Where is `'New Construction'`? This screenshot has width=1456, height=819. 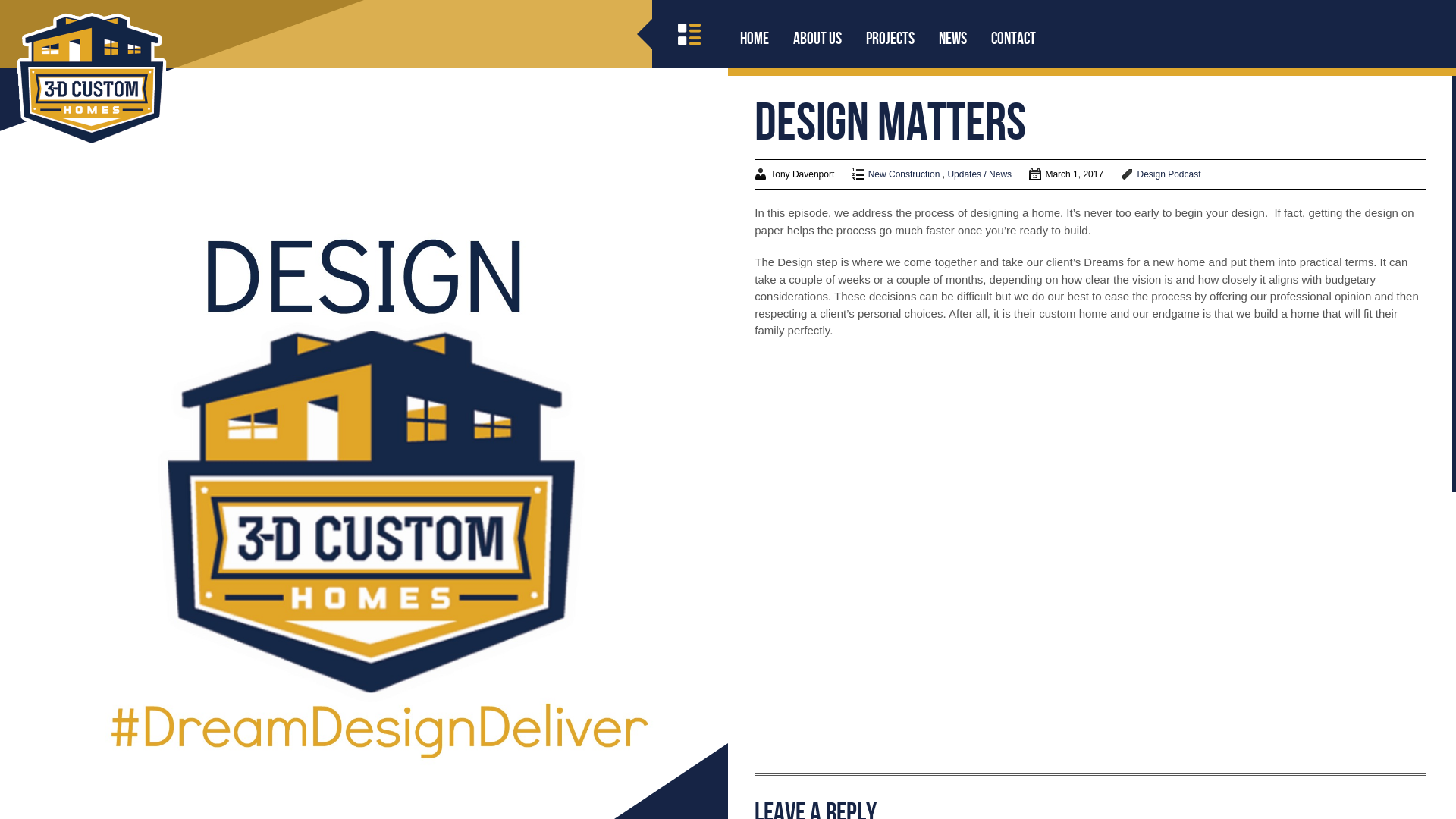
'New Construction' is located at coordinates (904, 174).